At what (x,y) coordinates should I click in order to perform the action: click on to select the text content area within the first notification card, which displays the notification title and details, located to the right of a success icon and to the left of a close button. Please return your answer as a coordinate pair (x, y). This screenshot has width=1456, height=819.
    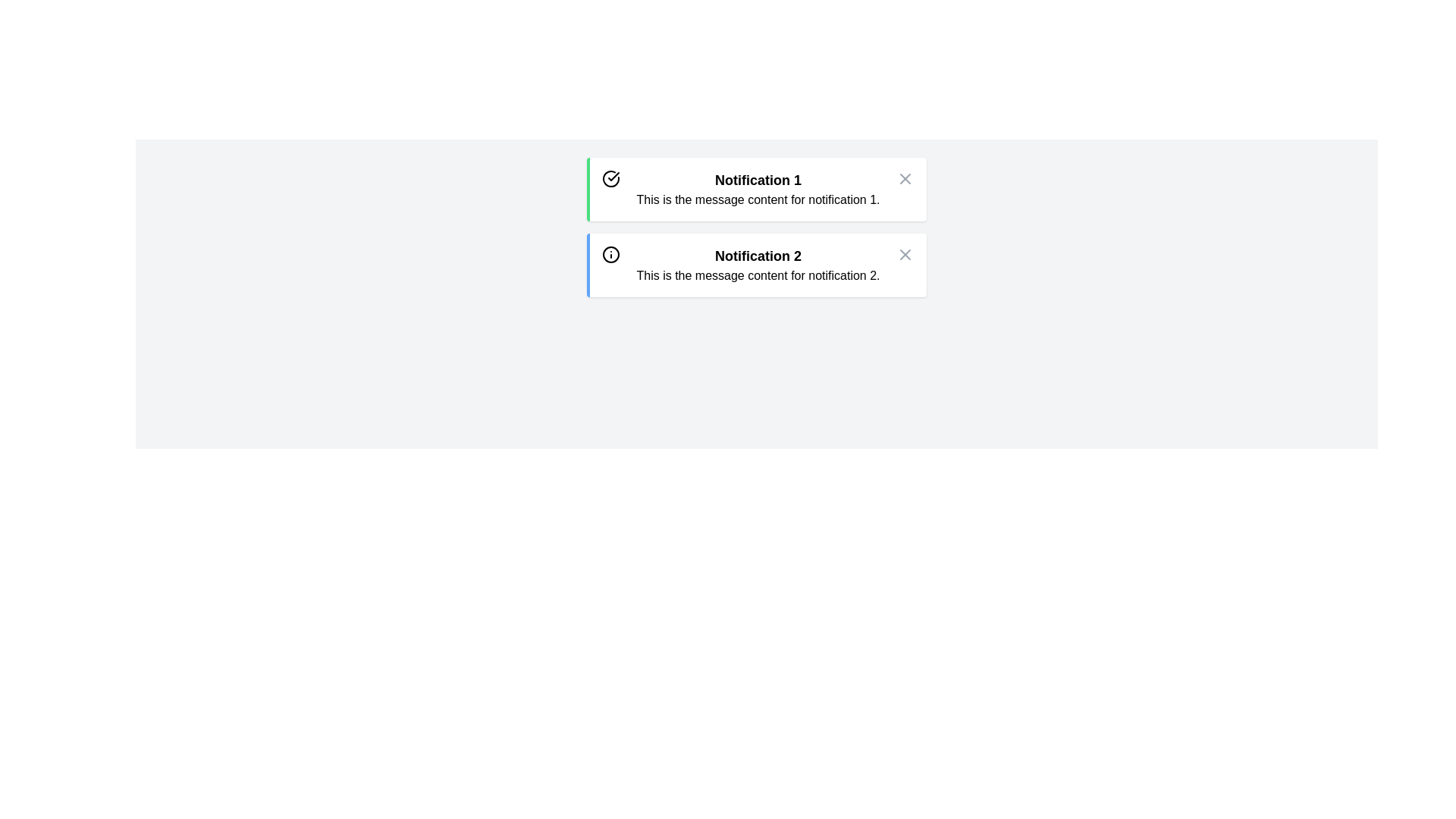
    Looking at the image, I should click on (758, 189).